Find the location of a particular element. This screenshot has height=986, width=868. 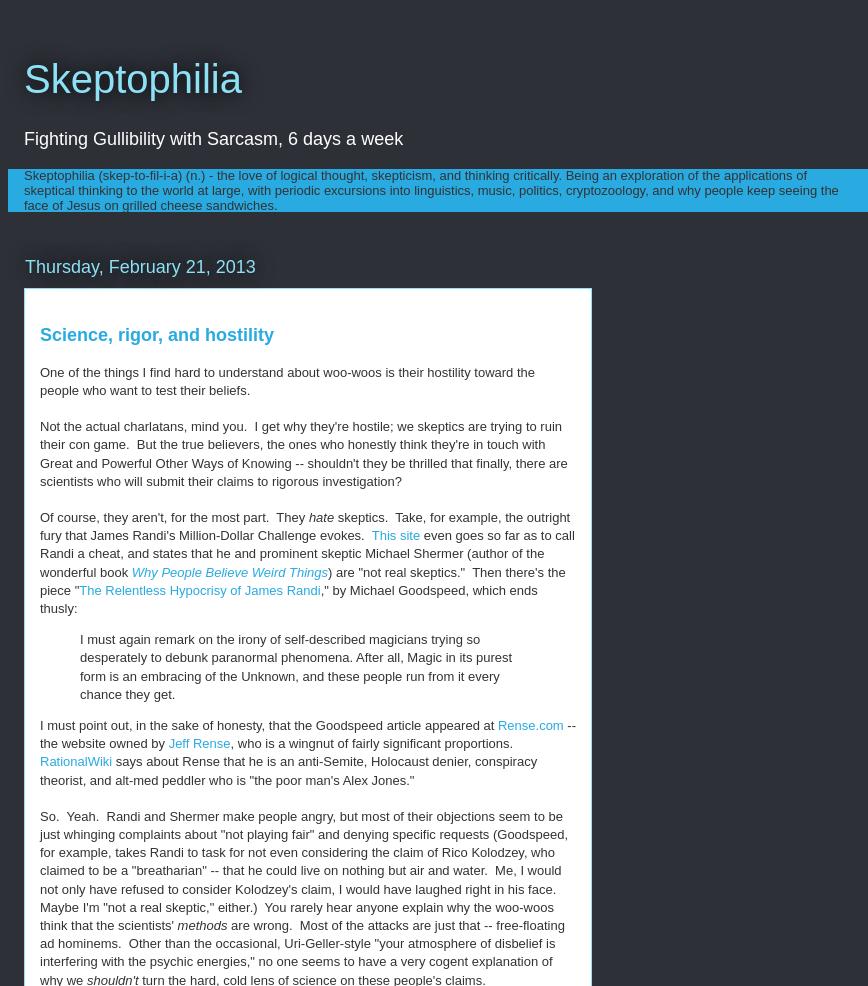

'-- the website owned by' is located at coordinates (307, 732).